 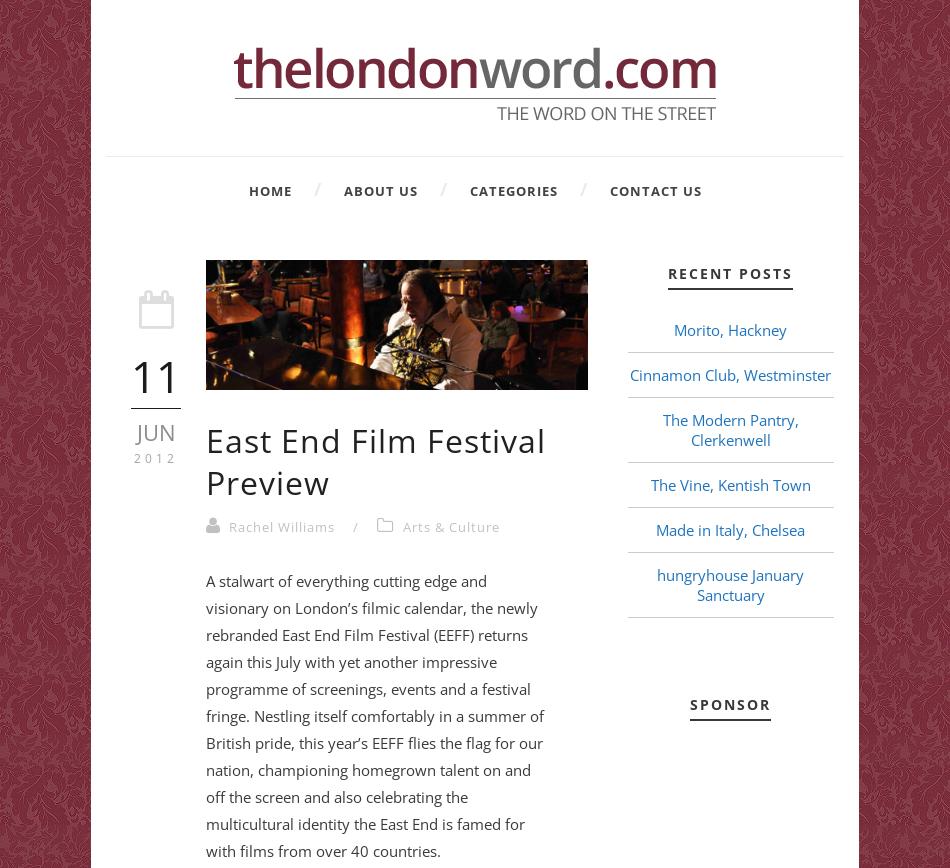 I want to click on 'Recent Posts', so click(x=668, y=273).